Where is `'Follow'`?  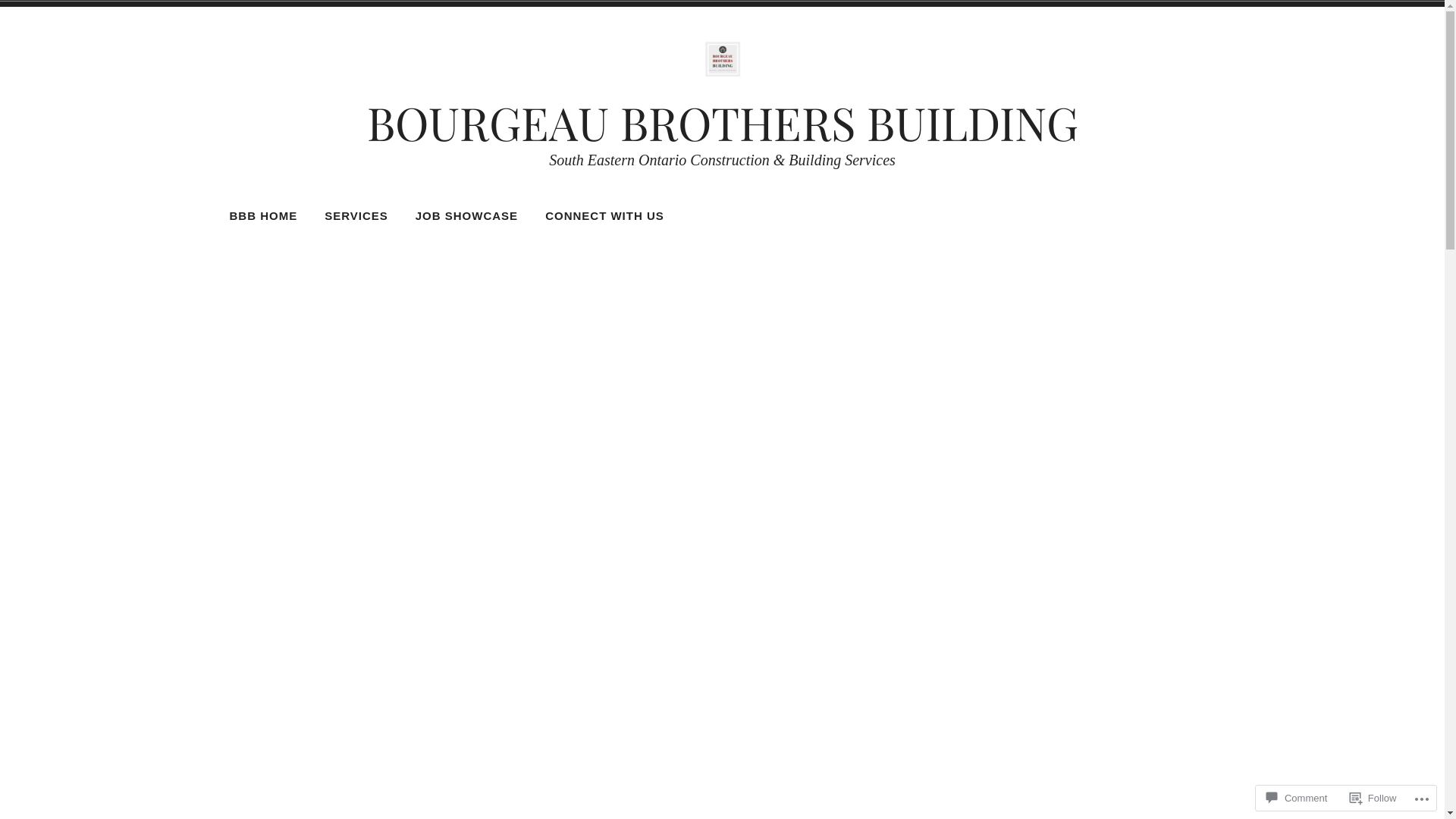 'Follow' is located at coordinates (1373, 797).